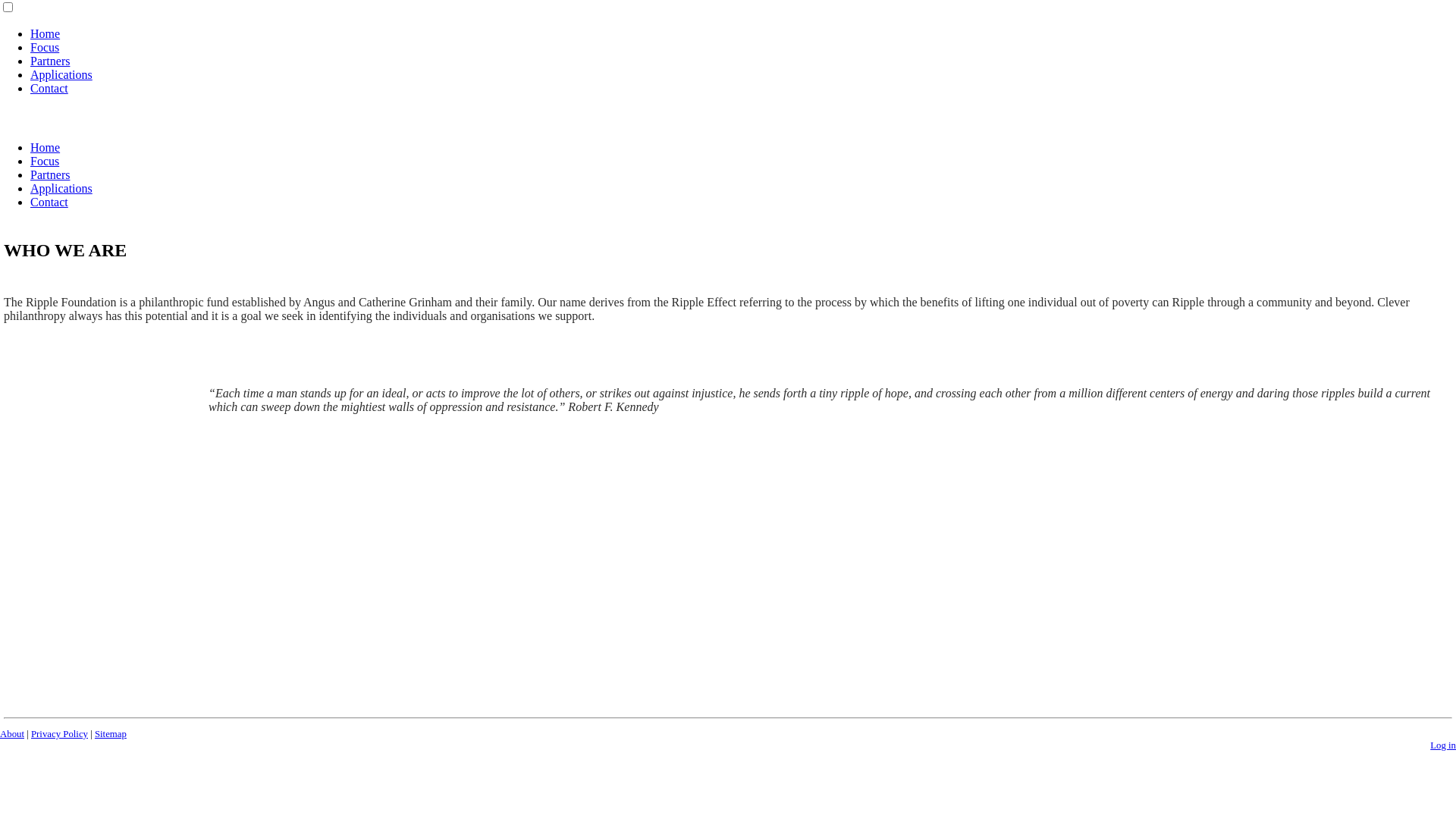  What do you see at coordinates (50, 174) in the screenshot?
I see `'Partners'` at bounding box center [50, 174].